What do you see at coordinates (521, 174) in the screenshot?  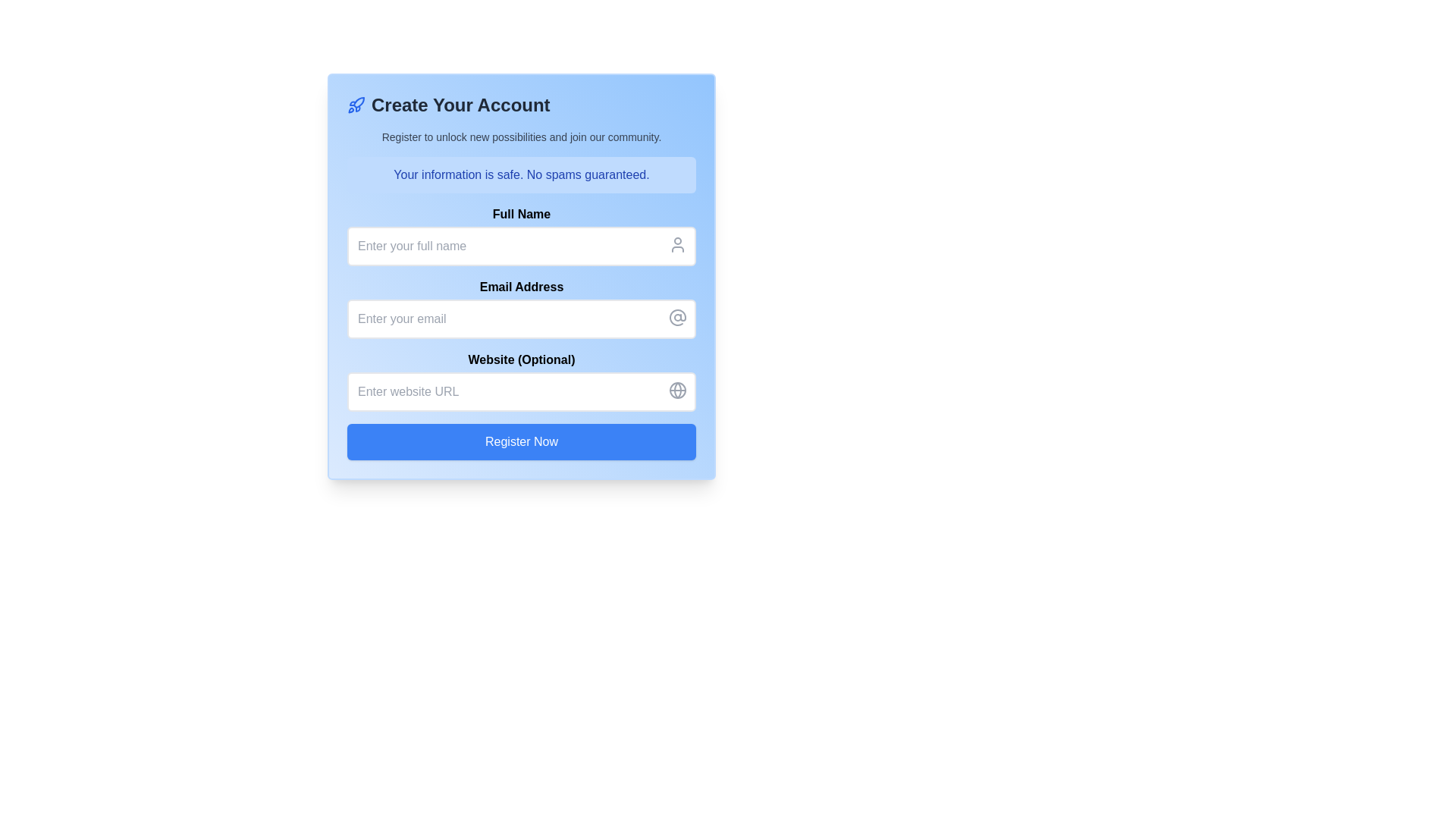 I see `the text label that assures users about the security and privacy of their information, located below the header in the registration form` at bounding box center [521, 174].